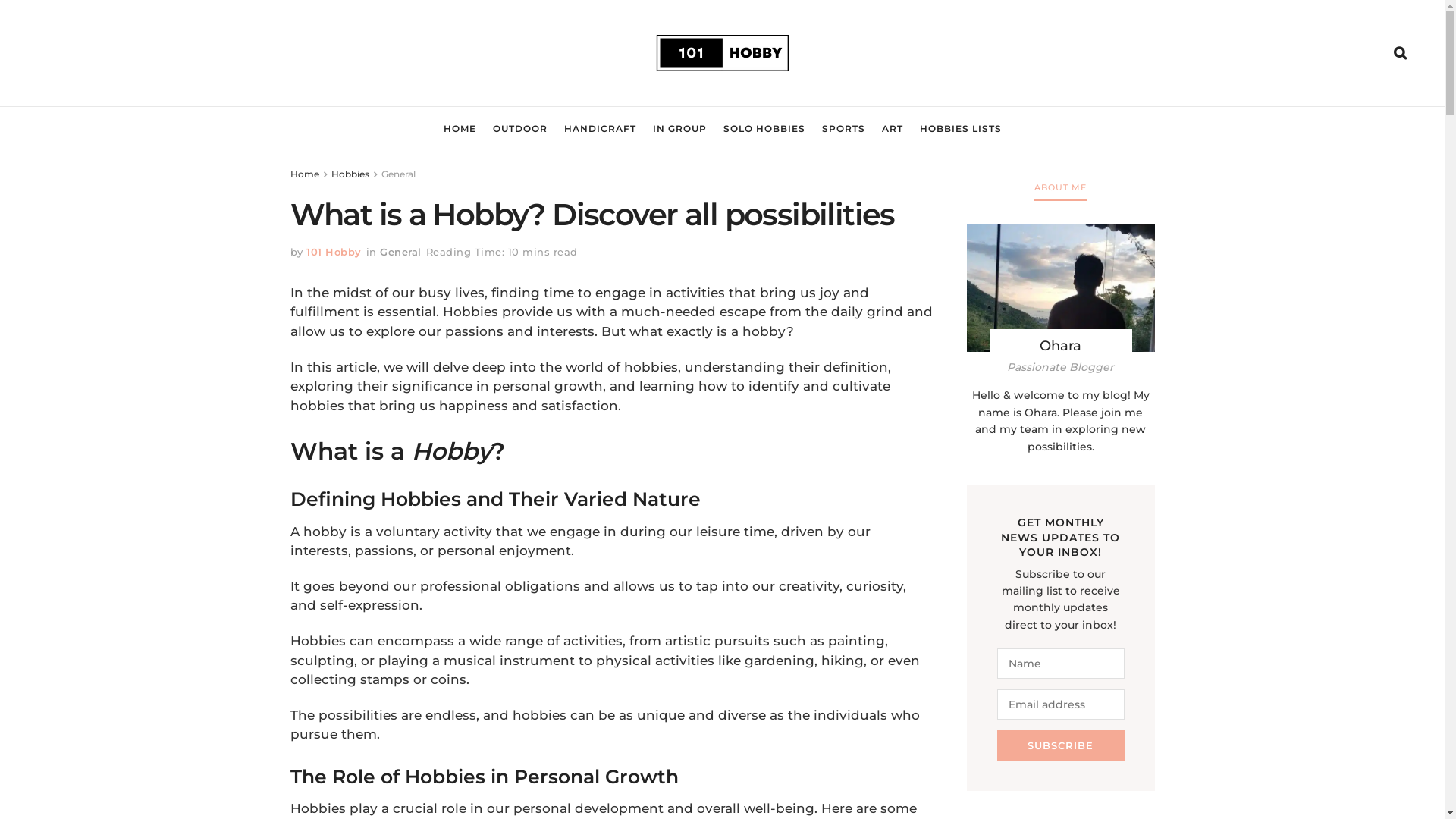 Image resolution: width=1456 pixels, height=819 pixels. Describe the element at coordinates (330, 173) in the screenshot. I see `'Hobbies'` at that location.